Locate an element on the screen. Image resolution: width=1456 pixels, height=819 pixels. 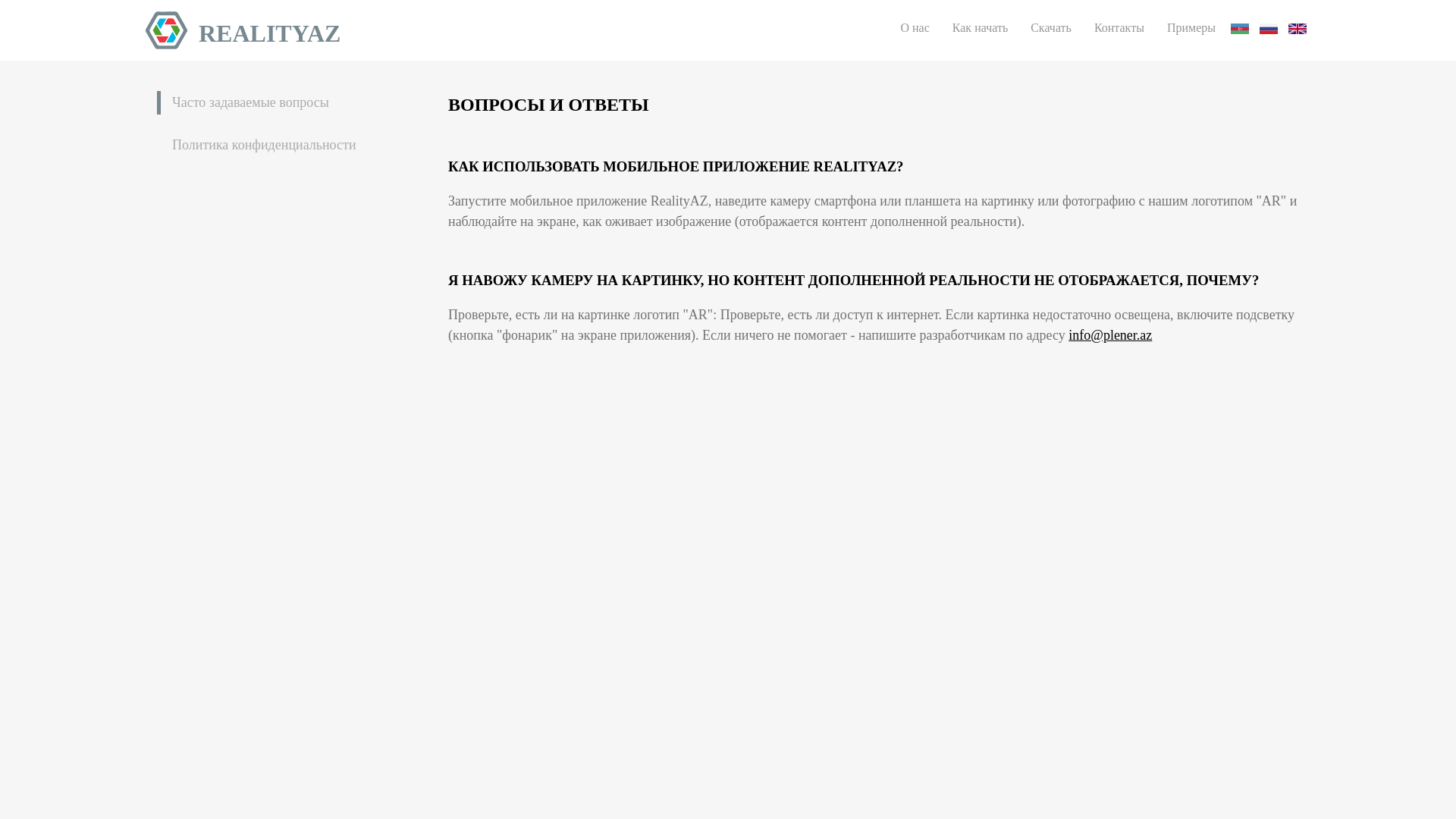
'English (UK)' is located at coordinates (1296, 29).